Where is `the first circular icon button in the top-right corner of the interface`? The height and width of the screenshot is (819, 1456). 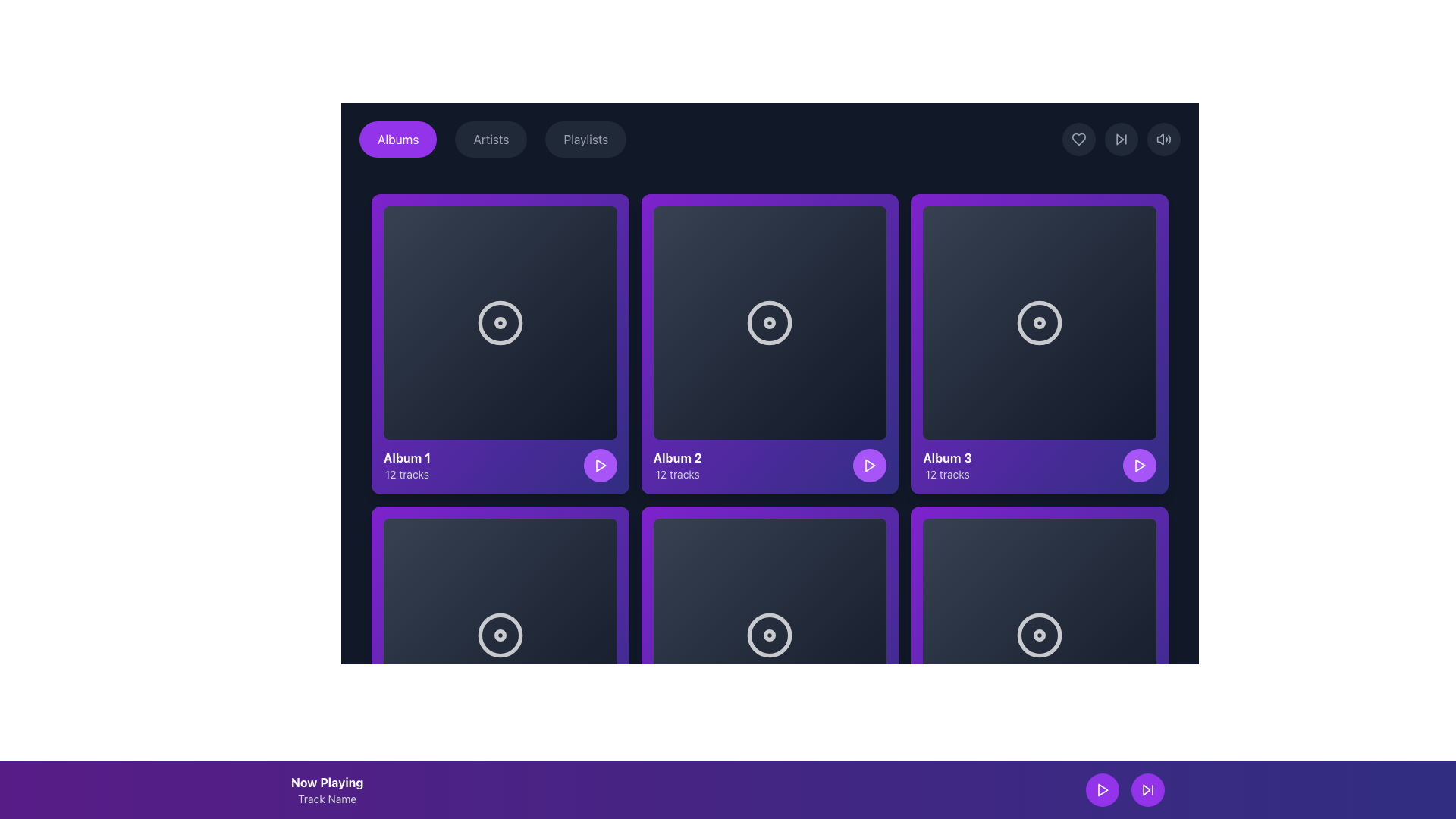 the first circular icon button in the top-right corner of the interface is located at coordinates (1078, 140).